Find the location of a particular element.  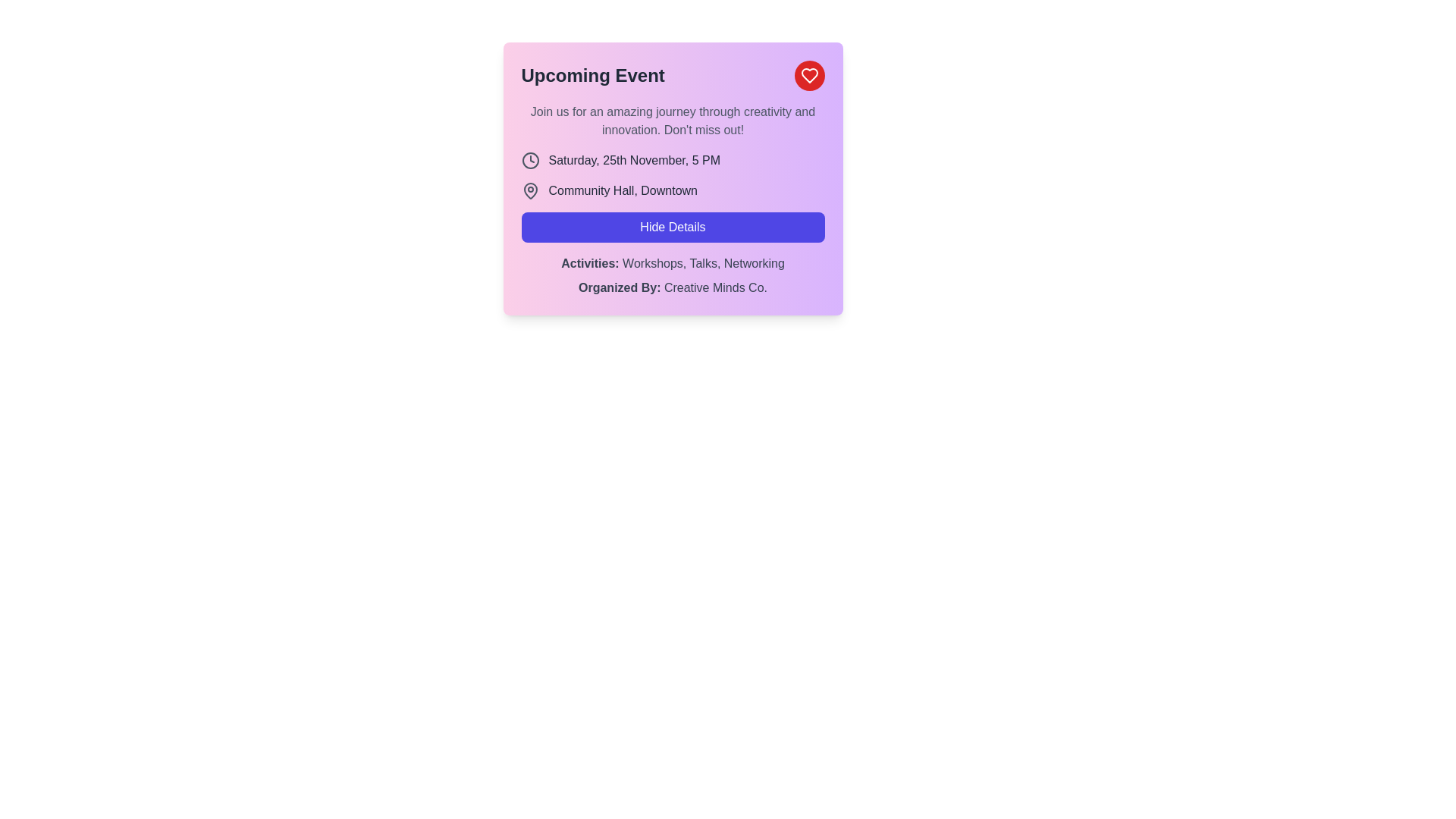

the interactive button in the top-right corner of the 'Upcoming Event' card to express interest or mark it as a favorite is located at coordinates (808, 76).